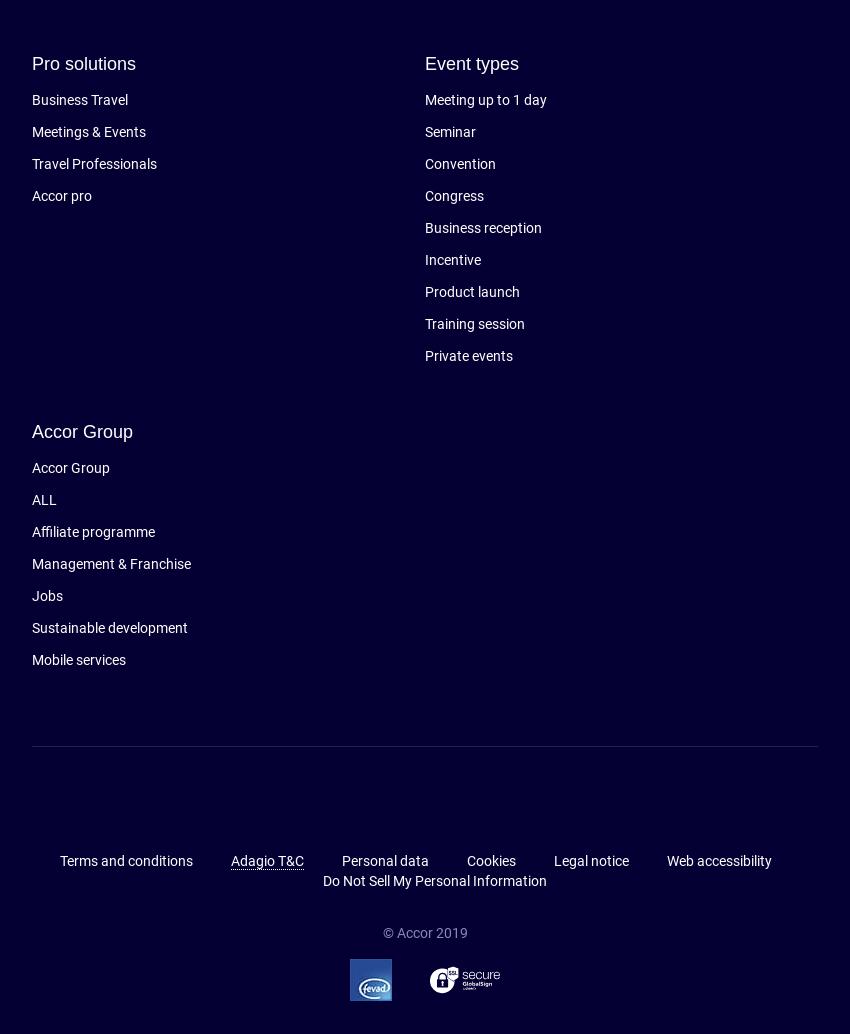 This screenshot has height=1034, width=850. What do you see at coordinates (110, 564) in the screenshot?
I see `'Management & Franchise'` at bounding box center [110, 564].